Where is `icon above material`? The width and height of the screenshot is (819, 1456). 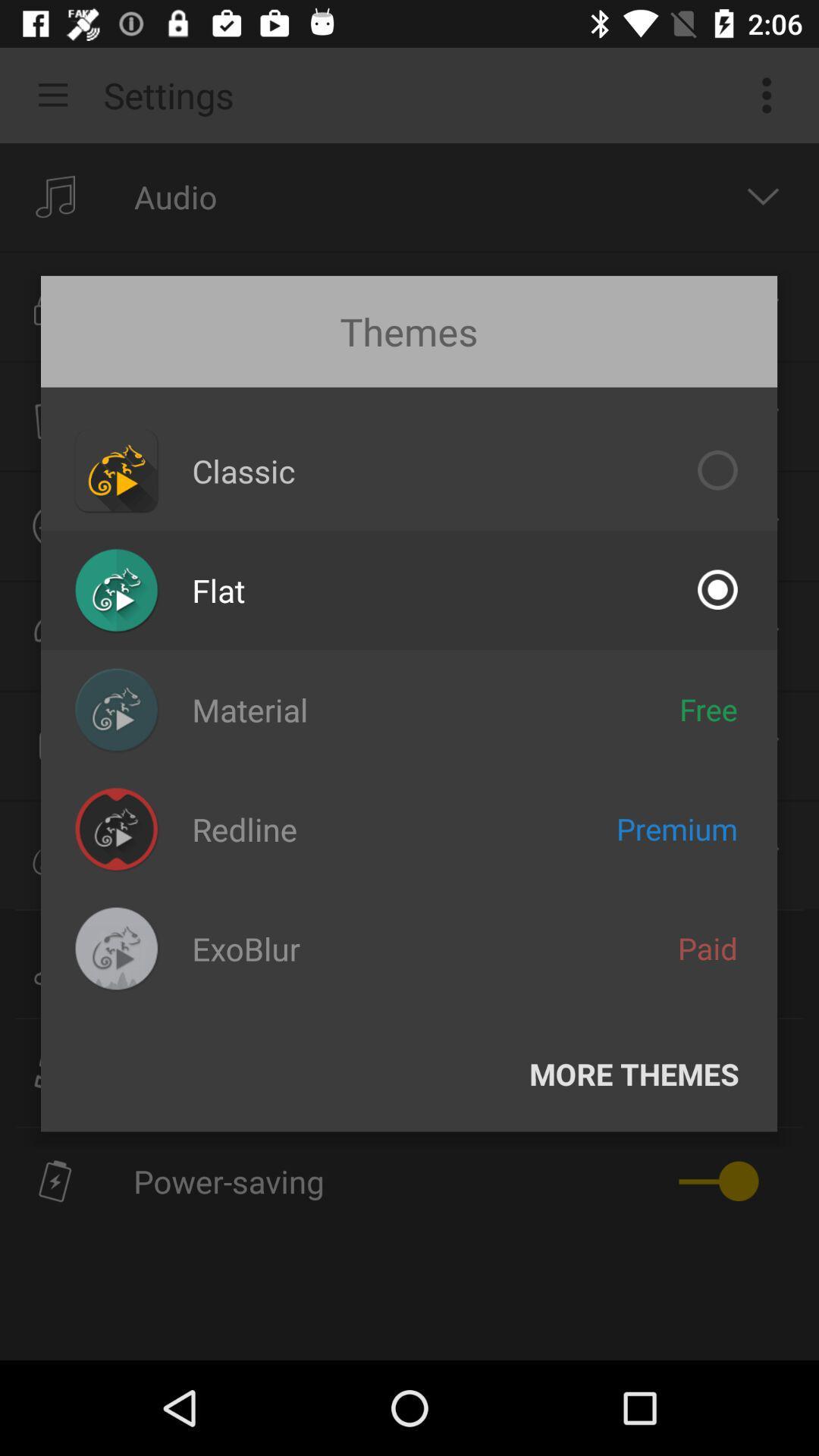
icon above material is located at coordinates (218, 589).